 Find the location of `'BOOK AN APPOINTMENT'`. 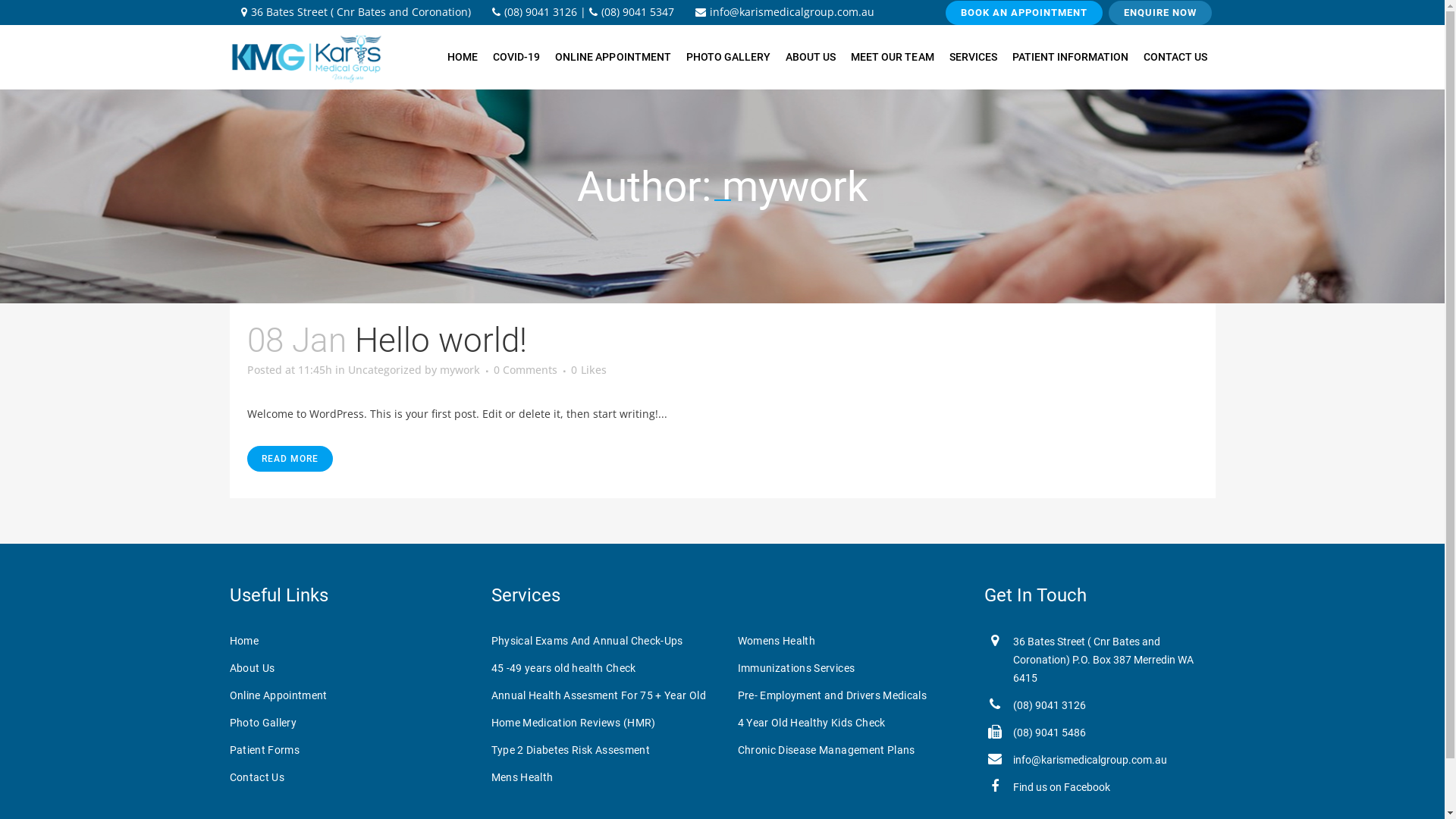

'BOOK AN APPOINTMENT' is located at coordinates (1023, 12).